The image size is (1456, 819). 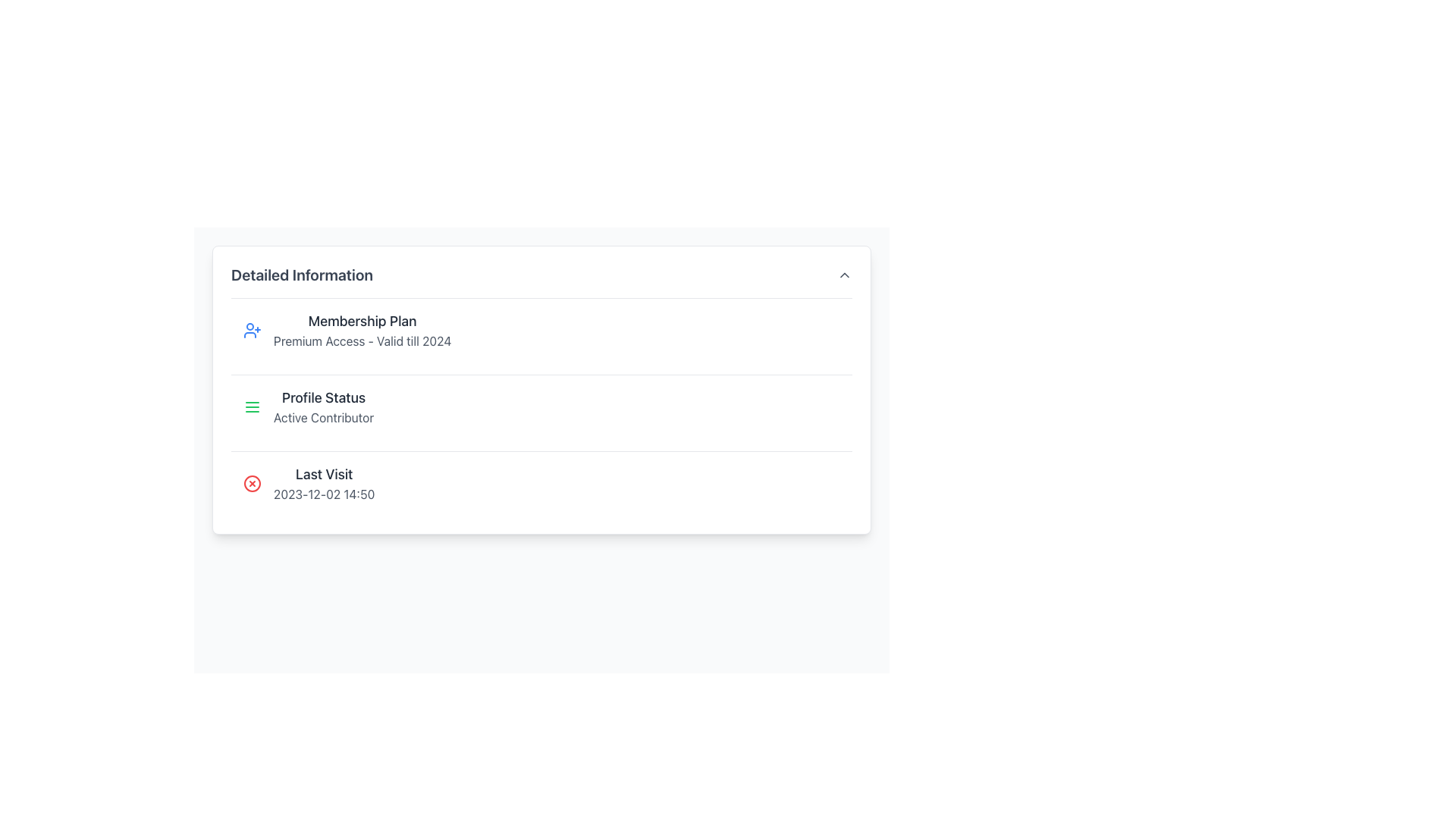 I want to click on information displayed in the text block titled 'Membership Plan' with the subtitle 'Premium Access - Valid till 2024', which is the first item in the dropdown-style information section, so click(x=362, y=329).